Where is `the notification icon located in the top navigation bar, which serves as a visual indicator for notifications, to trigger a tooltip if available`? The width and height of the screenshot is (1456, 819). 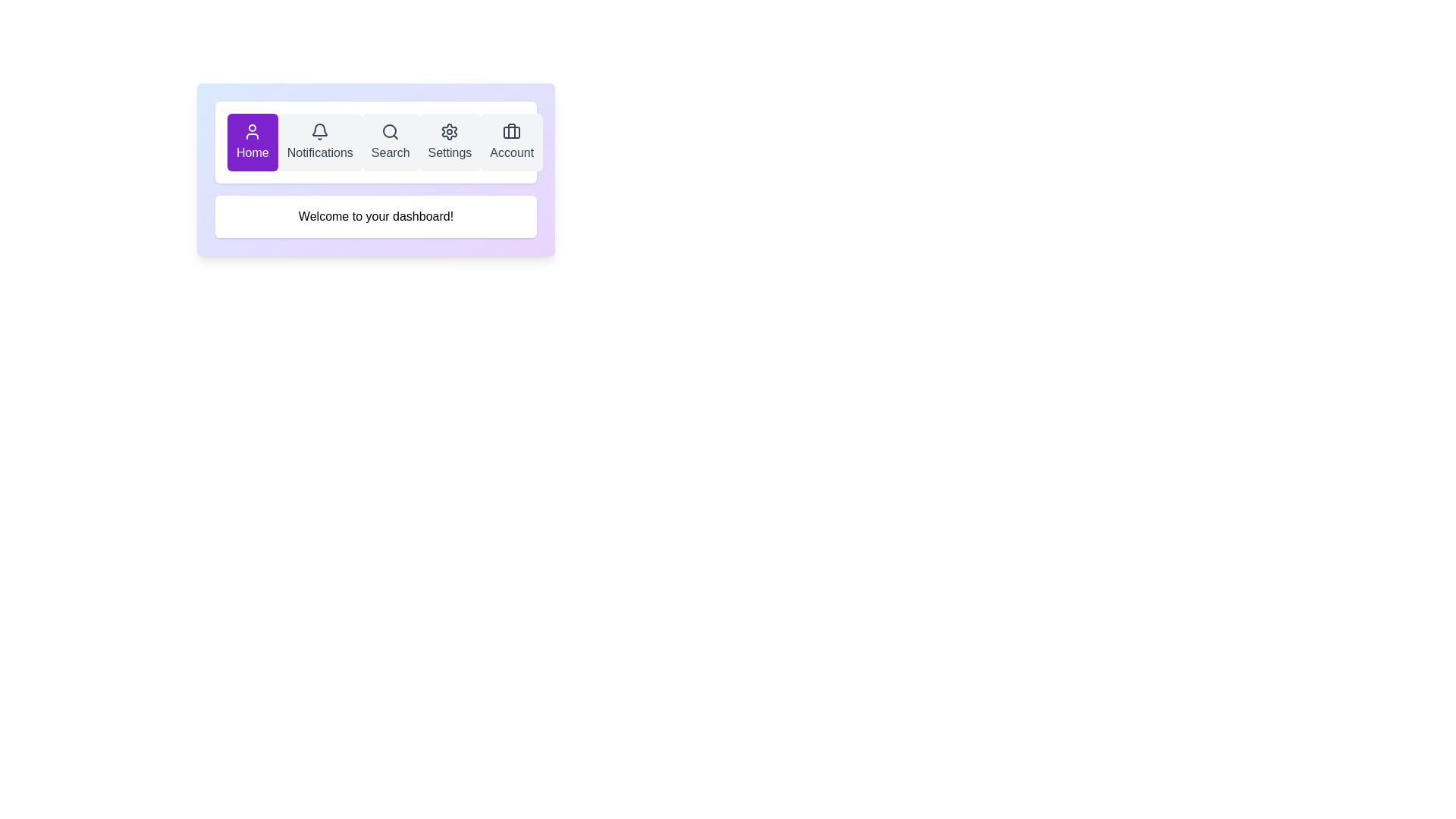 the notification icon located in the top navigation bar, which serves as a visual indicator for notifications, to trigger a tooltip if available is located at coordinates (319, 129).